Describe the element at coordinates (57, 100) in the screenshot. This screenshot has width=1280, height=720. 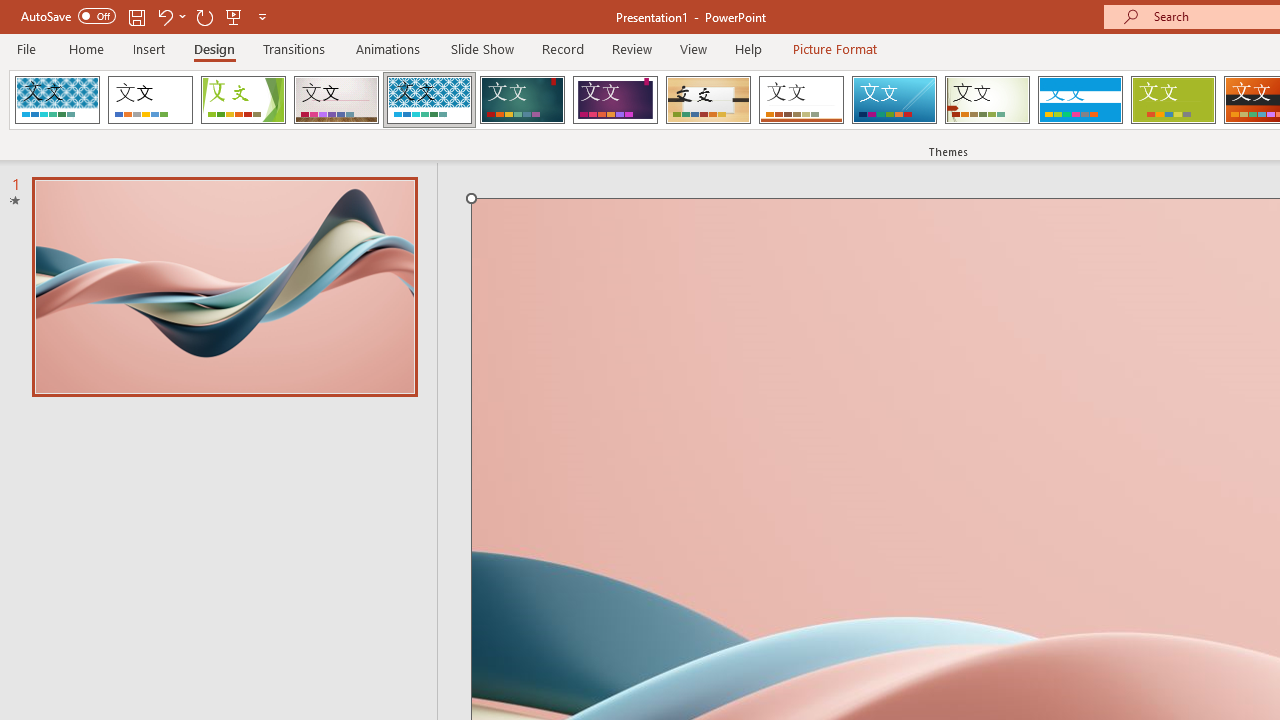
I see `'AfterglowVTI'` at that location.